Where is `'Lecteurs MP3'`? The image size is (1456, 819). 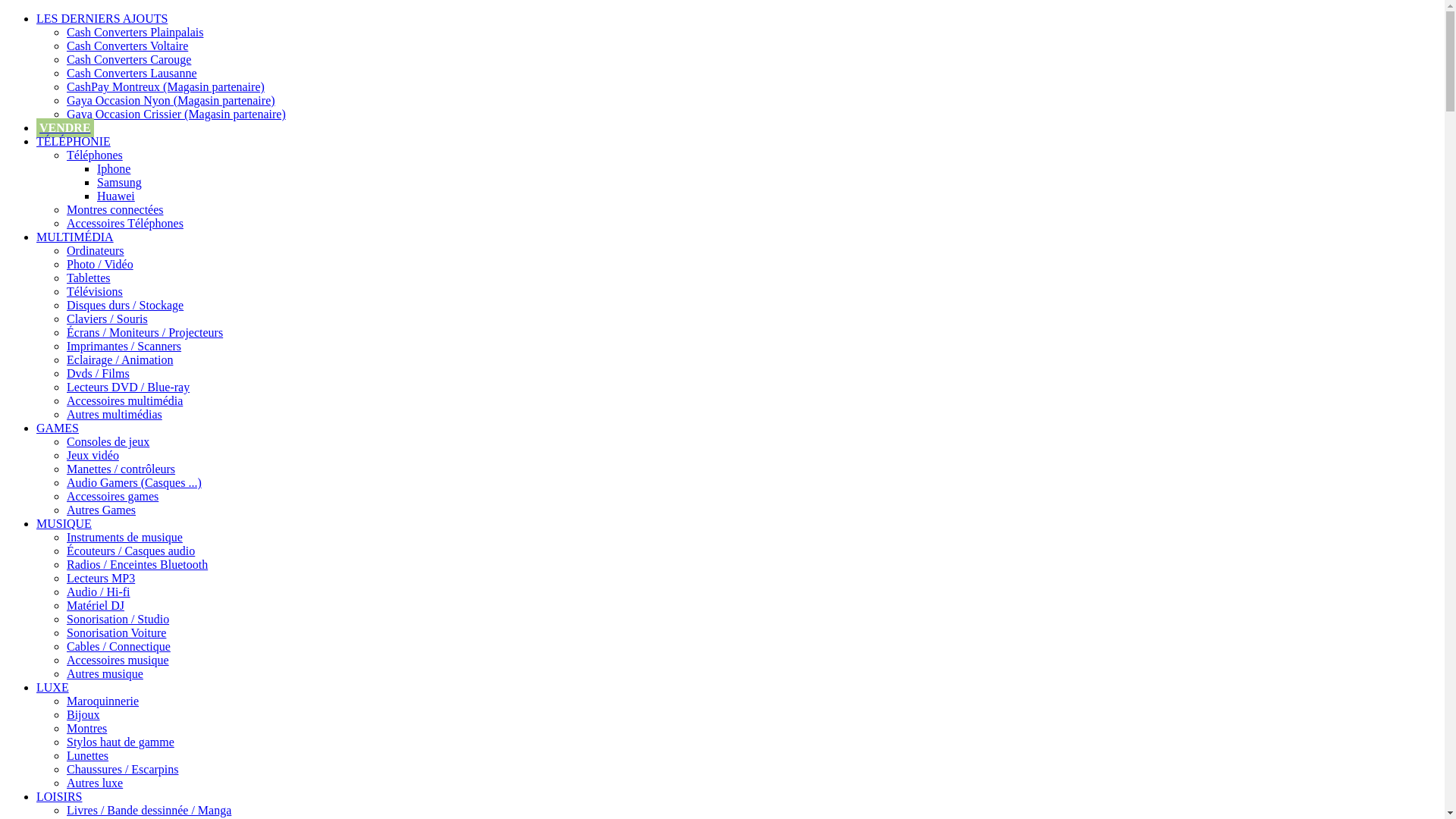 'Lecteurs MP3' is located at coordinates (100, 578).